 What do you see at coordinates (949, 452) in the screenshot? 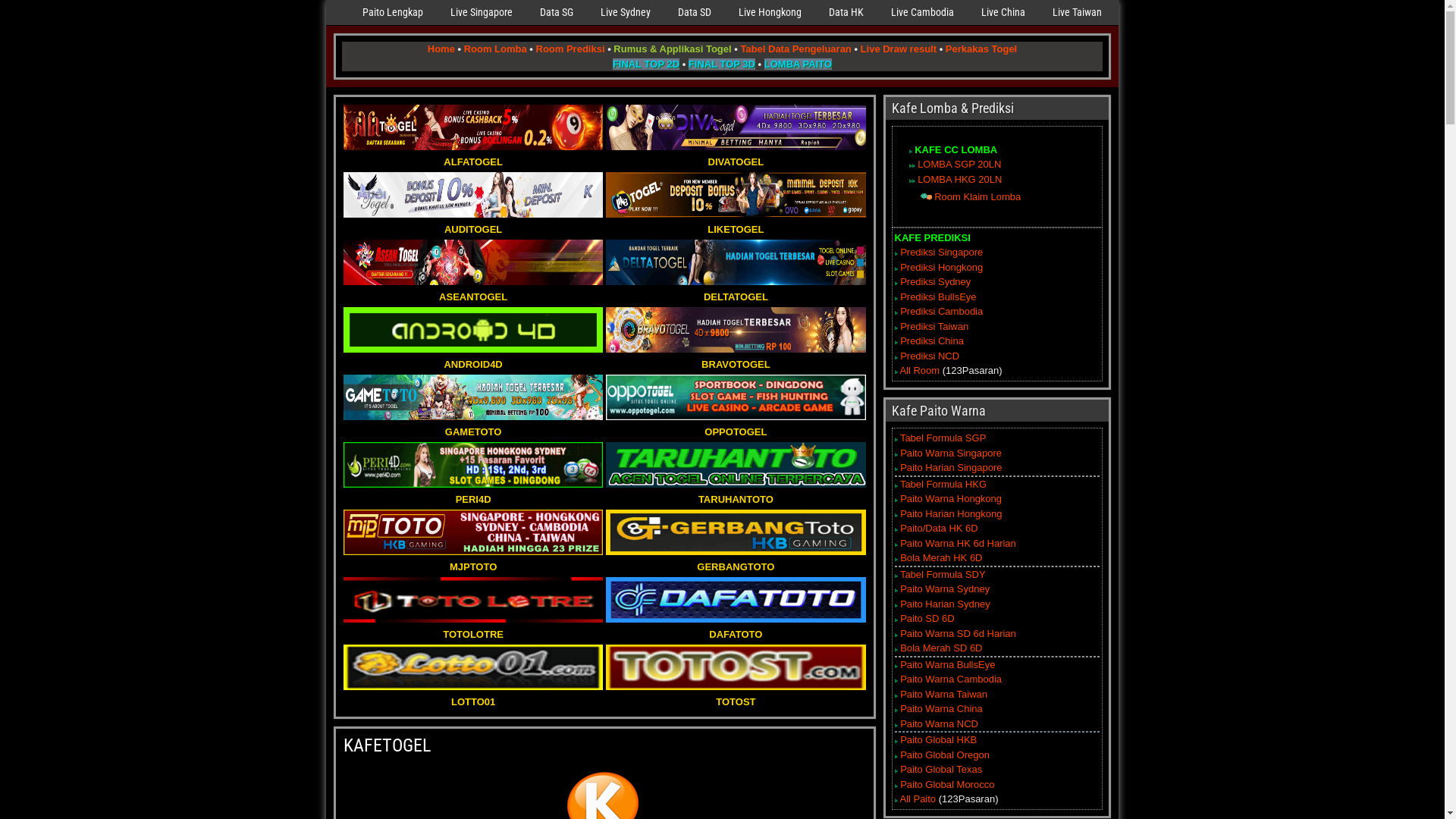
I see `'Paito Warna Singapore'` at bounding box center [949, 452].